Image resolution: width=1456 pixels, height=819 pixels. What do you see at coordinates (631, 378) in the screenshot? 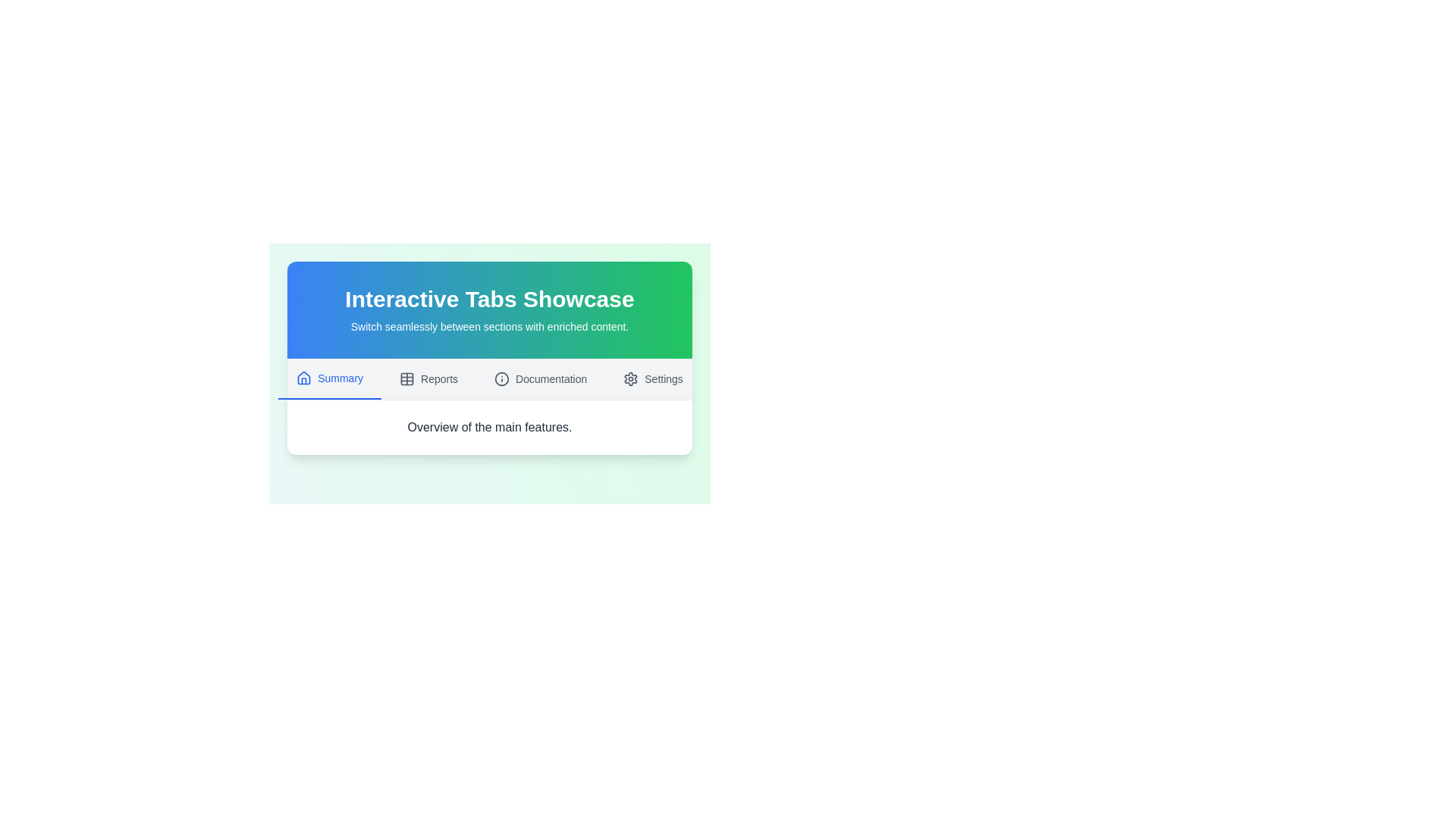
I see `the gear icon representing the 'Settings' tab, which is located to the far right of the tab bar under 'Interactive Tabs Showcase'` at bounding box center [631, 378].